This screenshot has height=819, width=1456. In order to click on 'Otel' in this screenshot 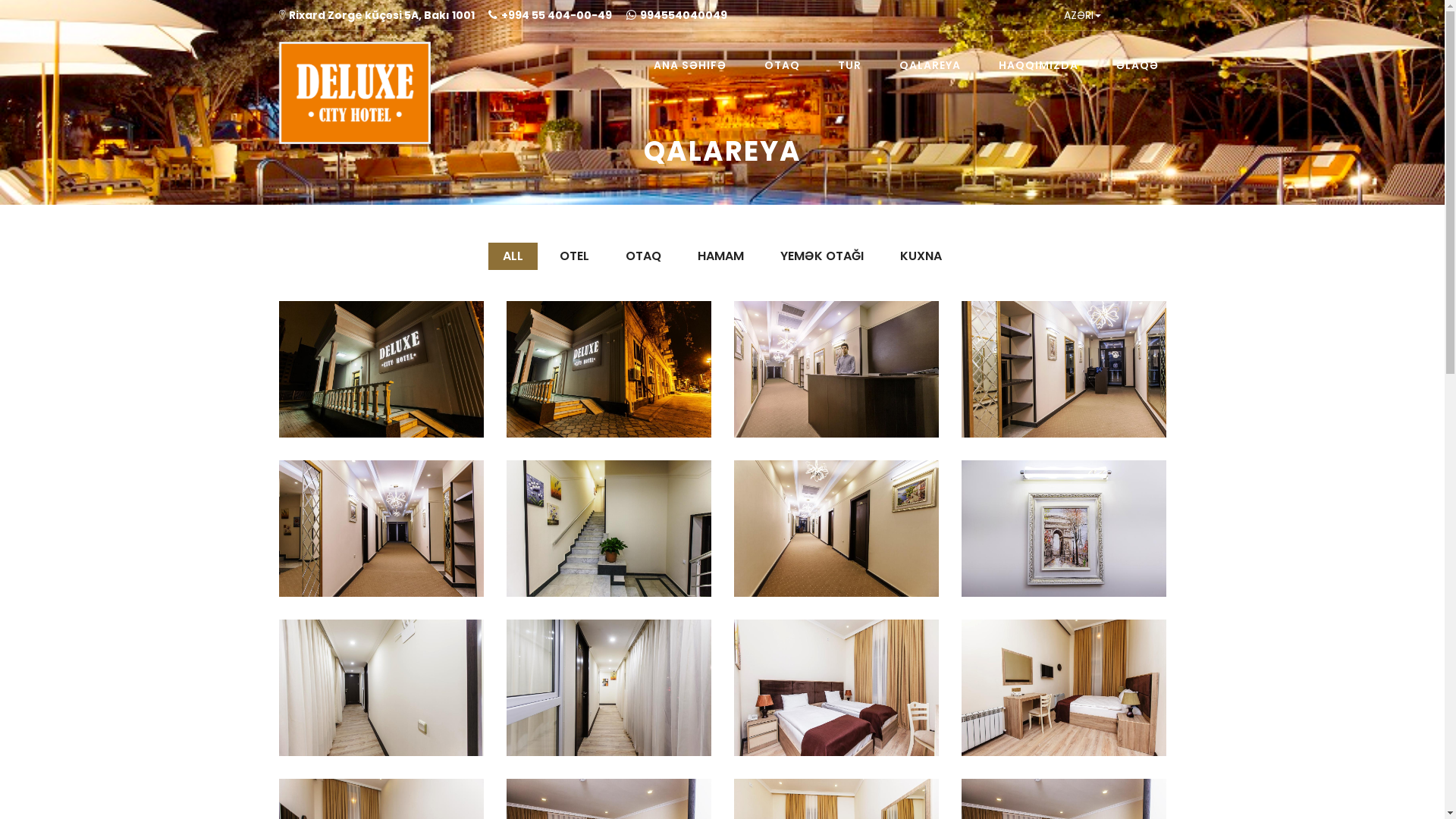, I will do `click(836, 369)`.